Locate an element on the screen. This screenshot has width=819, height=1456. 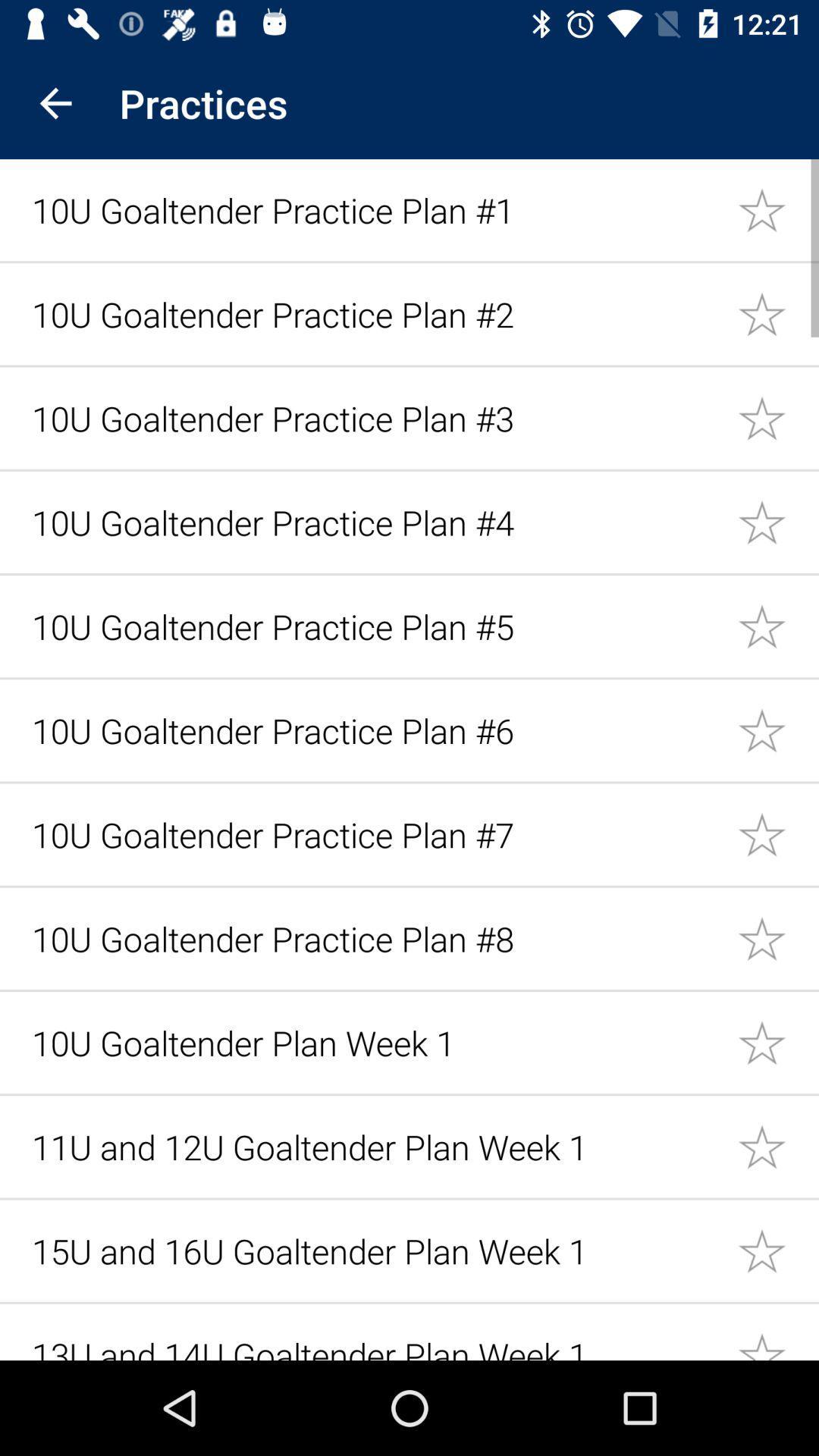
the icon next to the practices app is located at coordinates (55, 102).